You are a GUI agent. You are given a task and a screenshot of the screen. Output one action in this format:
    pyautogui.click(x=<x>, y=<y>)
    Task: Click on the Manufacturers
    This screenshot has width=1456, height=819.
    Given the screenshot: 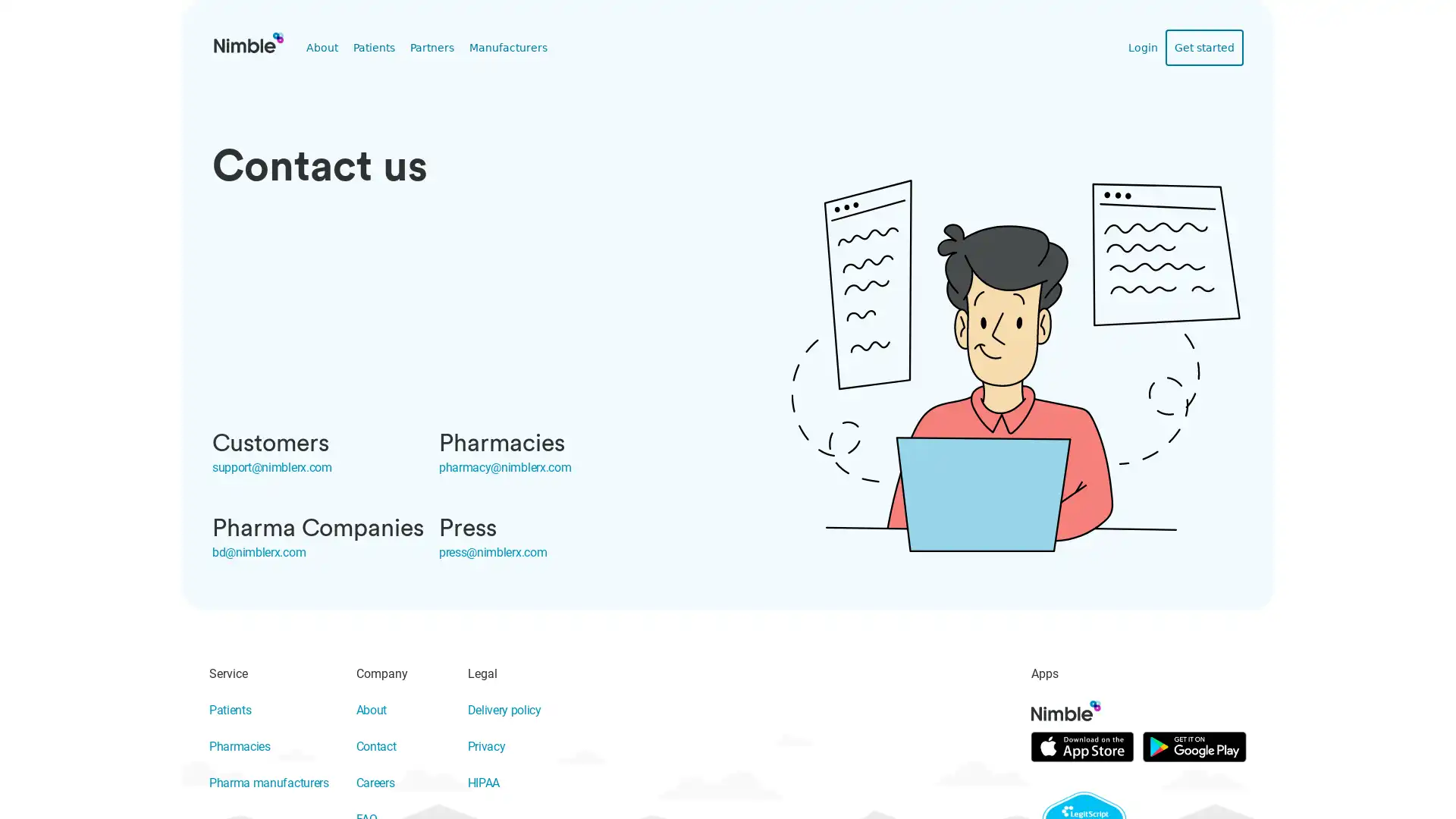 What is the action you would take?
    pyautogui.click(x=494, y=45)
    